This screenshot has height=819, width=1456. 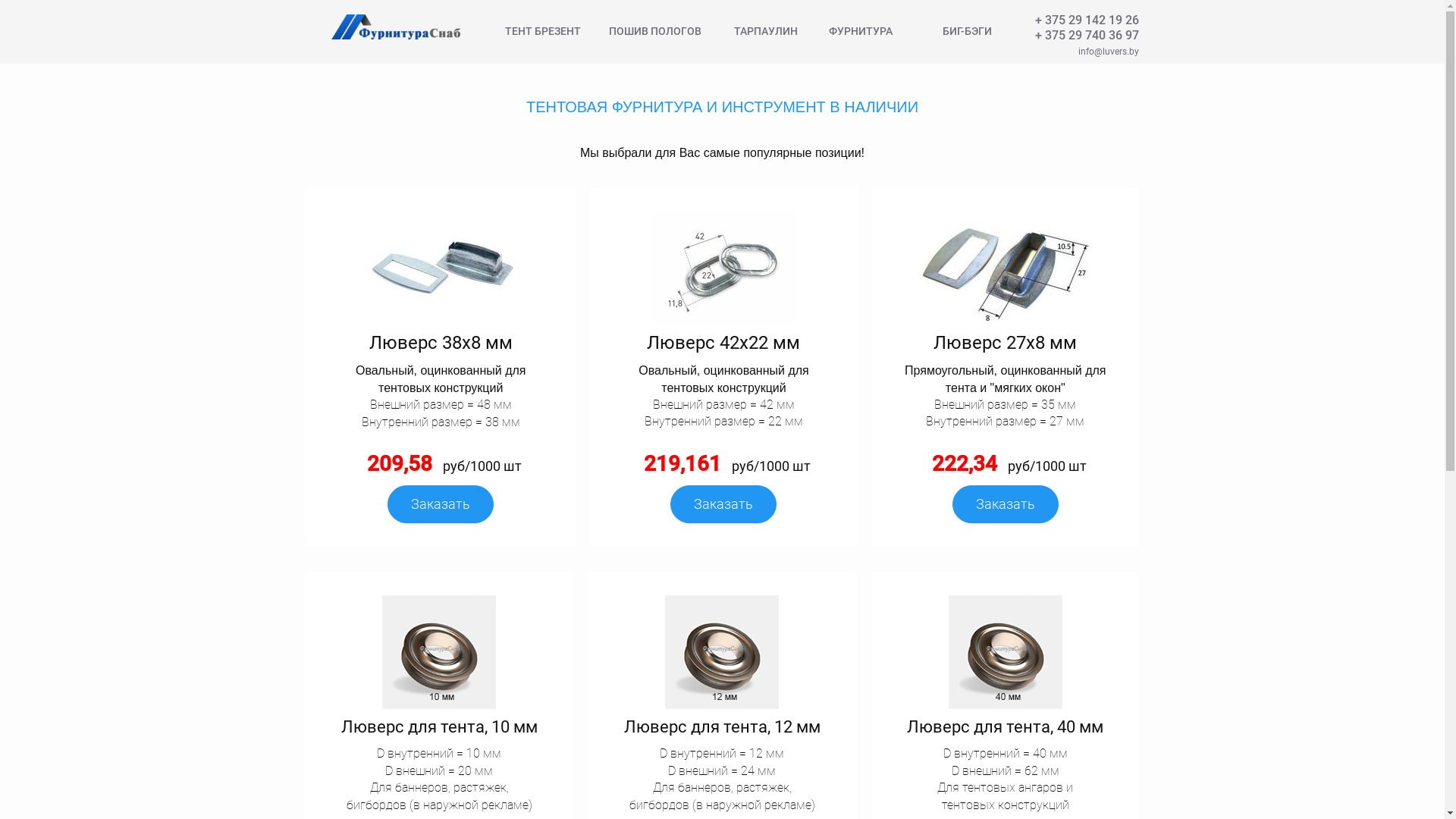 I want to click on '+ 375 29 142 19 26', so click(x=1086, y=20).